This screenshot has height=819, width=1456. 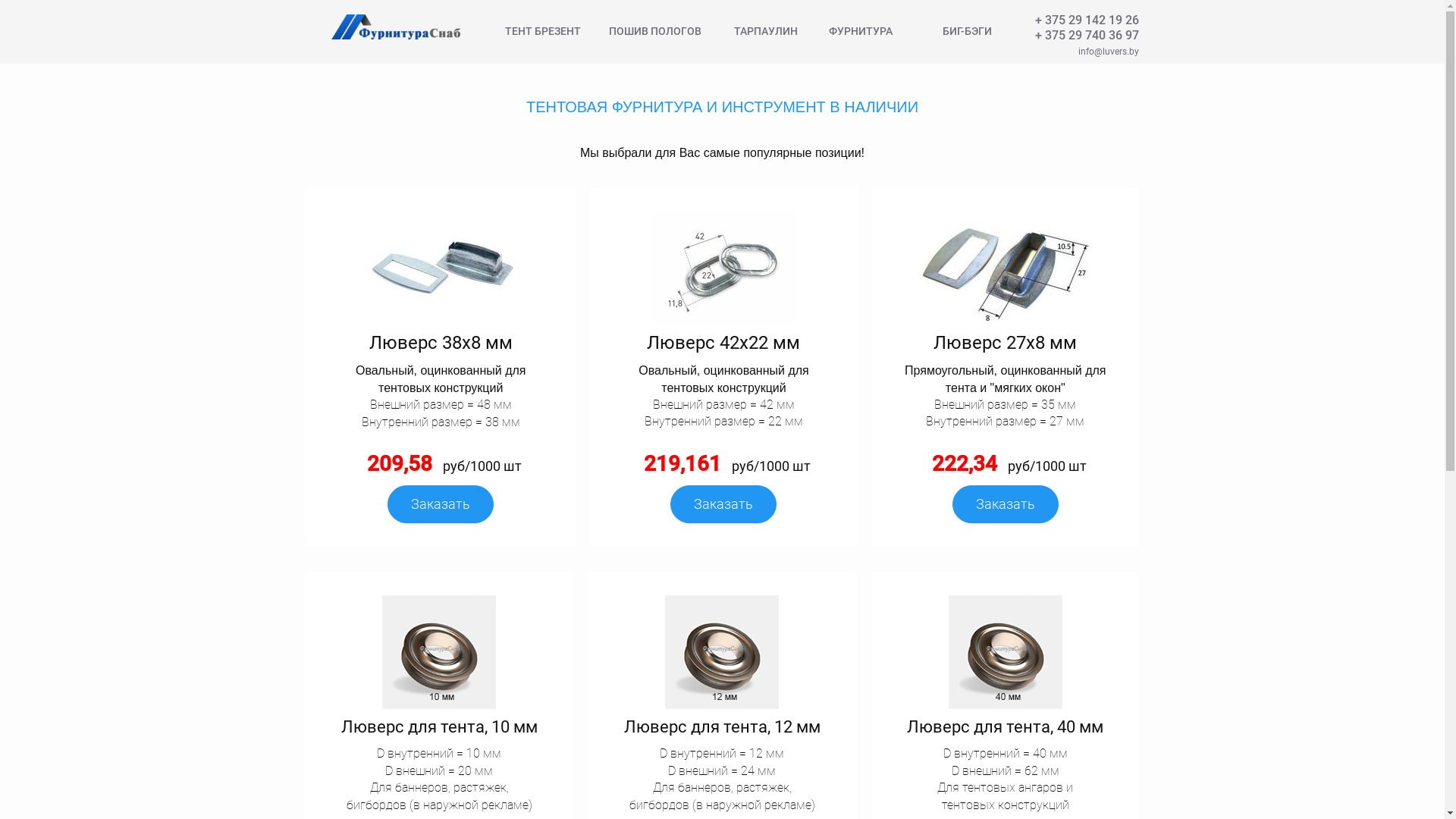 I want to click on '+ 375 29 142 19 26', so click(x=1086, y=20).